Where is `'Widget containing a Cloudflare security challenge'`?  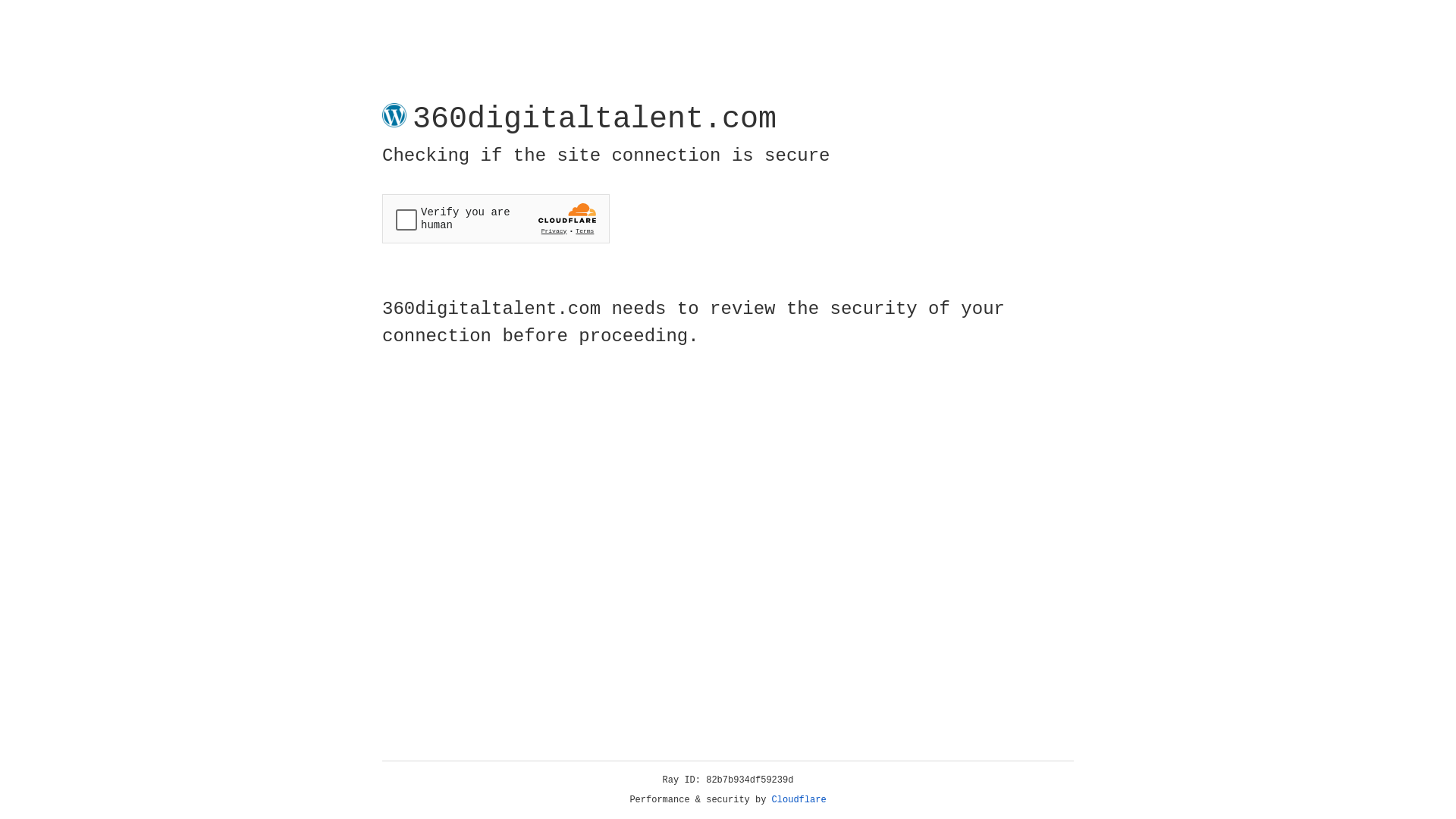 'Widget containing a Cloudflare security challenge' is located at coordinates (495, 218).